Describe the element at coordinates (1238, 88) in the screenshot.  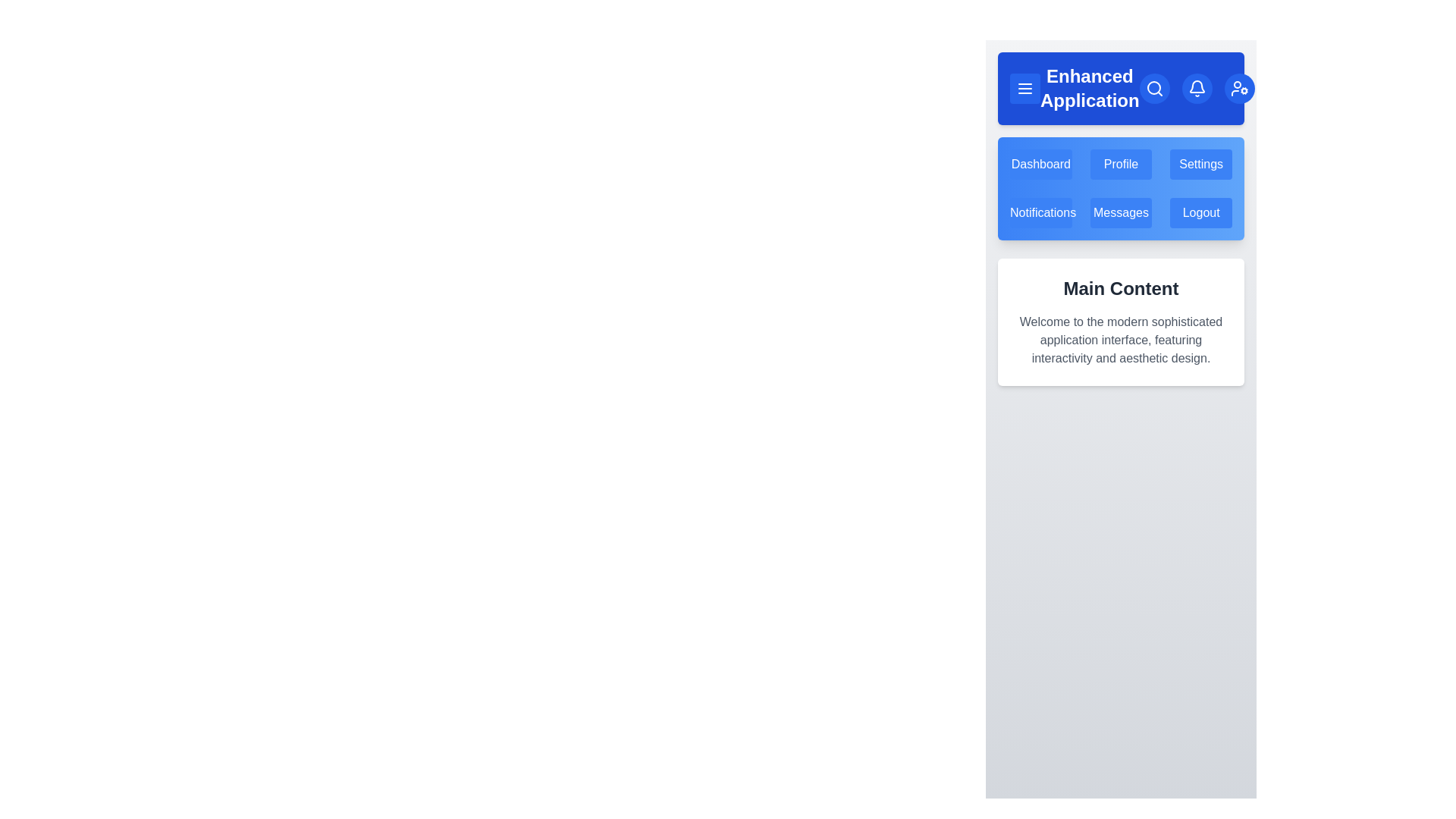
I see `the user cog button to access user settings` at that location.